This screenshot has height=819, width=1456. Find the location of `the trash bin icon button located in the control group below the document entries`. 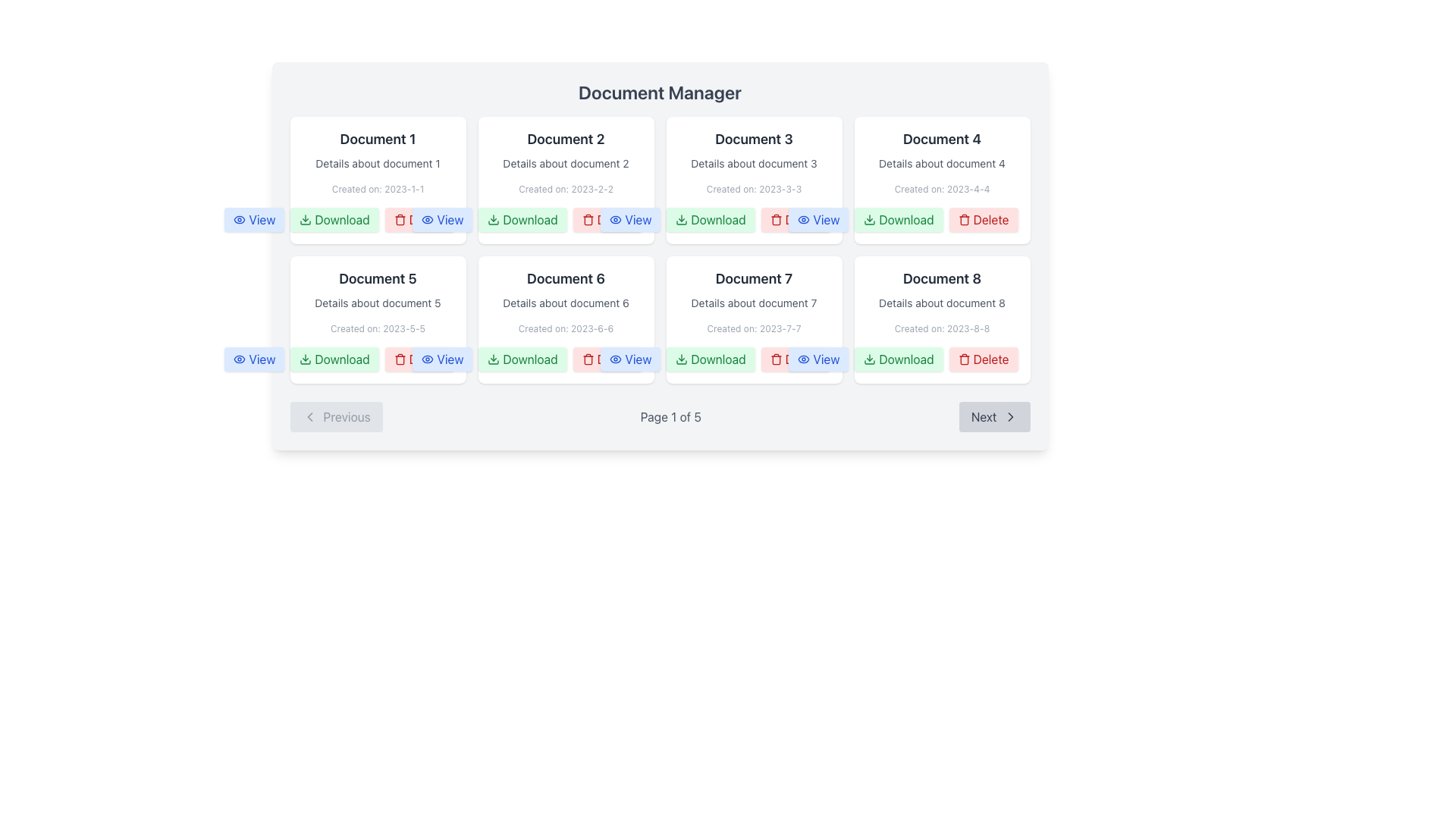

the trash bin icon button located in the control group below the document entries is located at coordinates (400, 221).